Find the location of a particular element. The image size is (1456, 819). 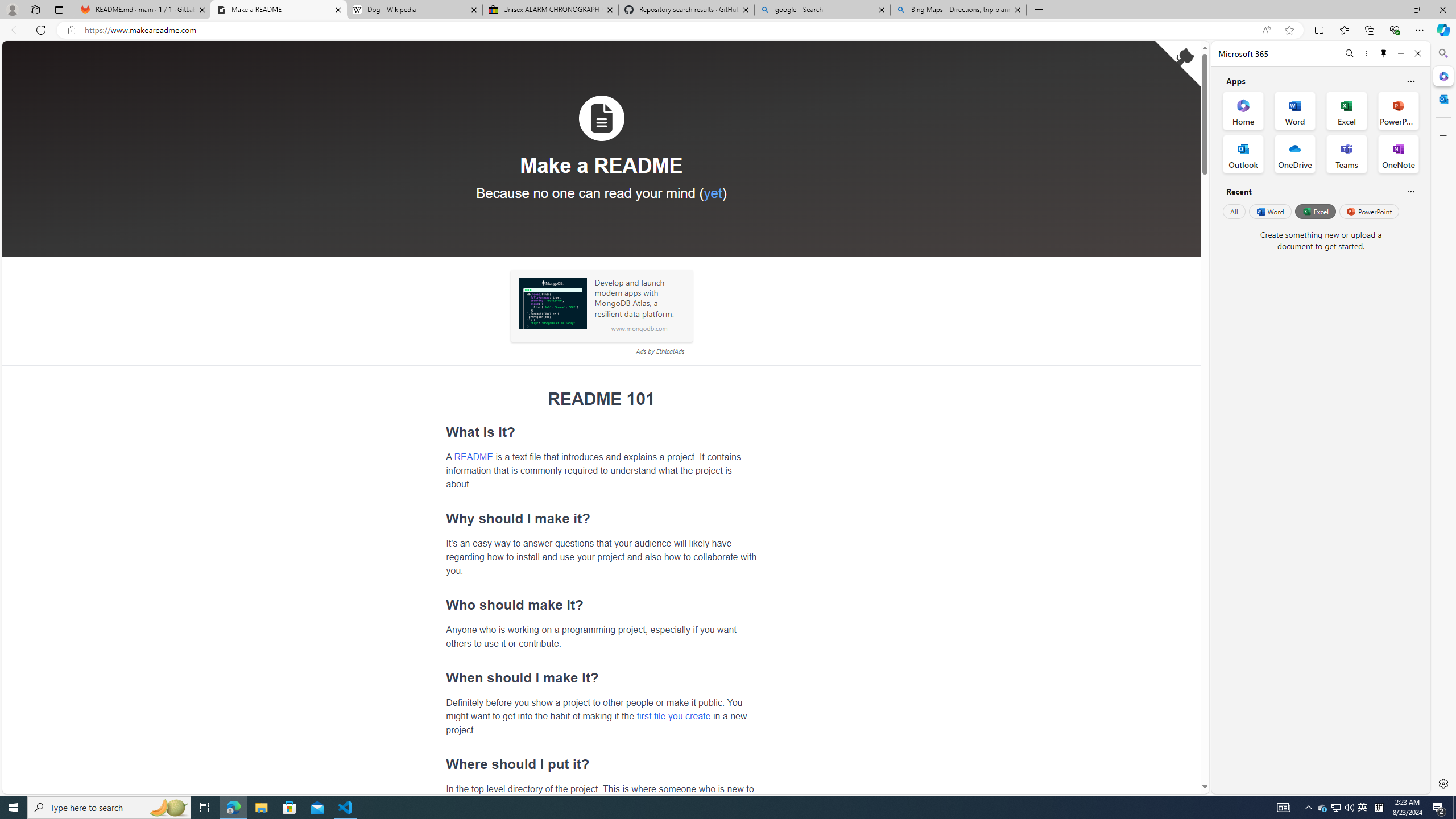

'Word Office App' is located at coordinates (1294, 111).